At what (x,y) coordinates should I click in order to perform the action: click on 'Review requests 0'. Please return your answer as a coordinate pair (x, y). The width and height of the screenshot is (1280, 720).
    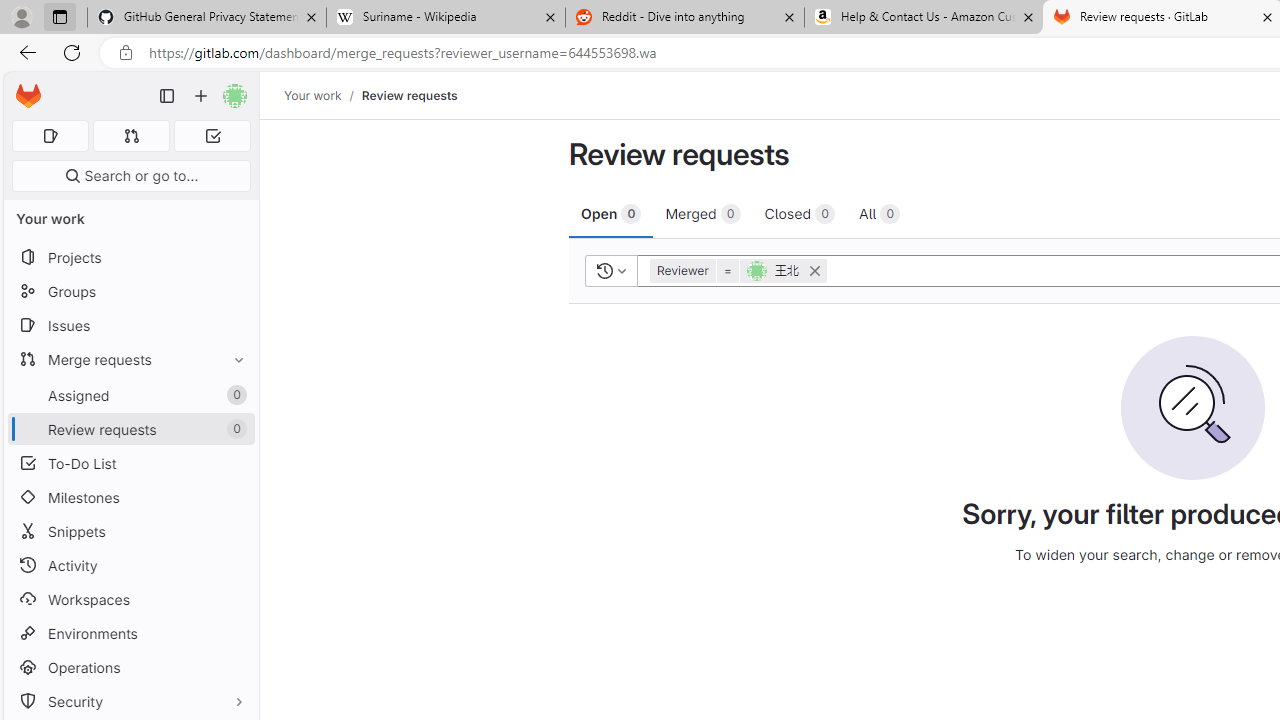
    Looking at the image, I should click on (130, 428).